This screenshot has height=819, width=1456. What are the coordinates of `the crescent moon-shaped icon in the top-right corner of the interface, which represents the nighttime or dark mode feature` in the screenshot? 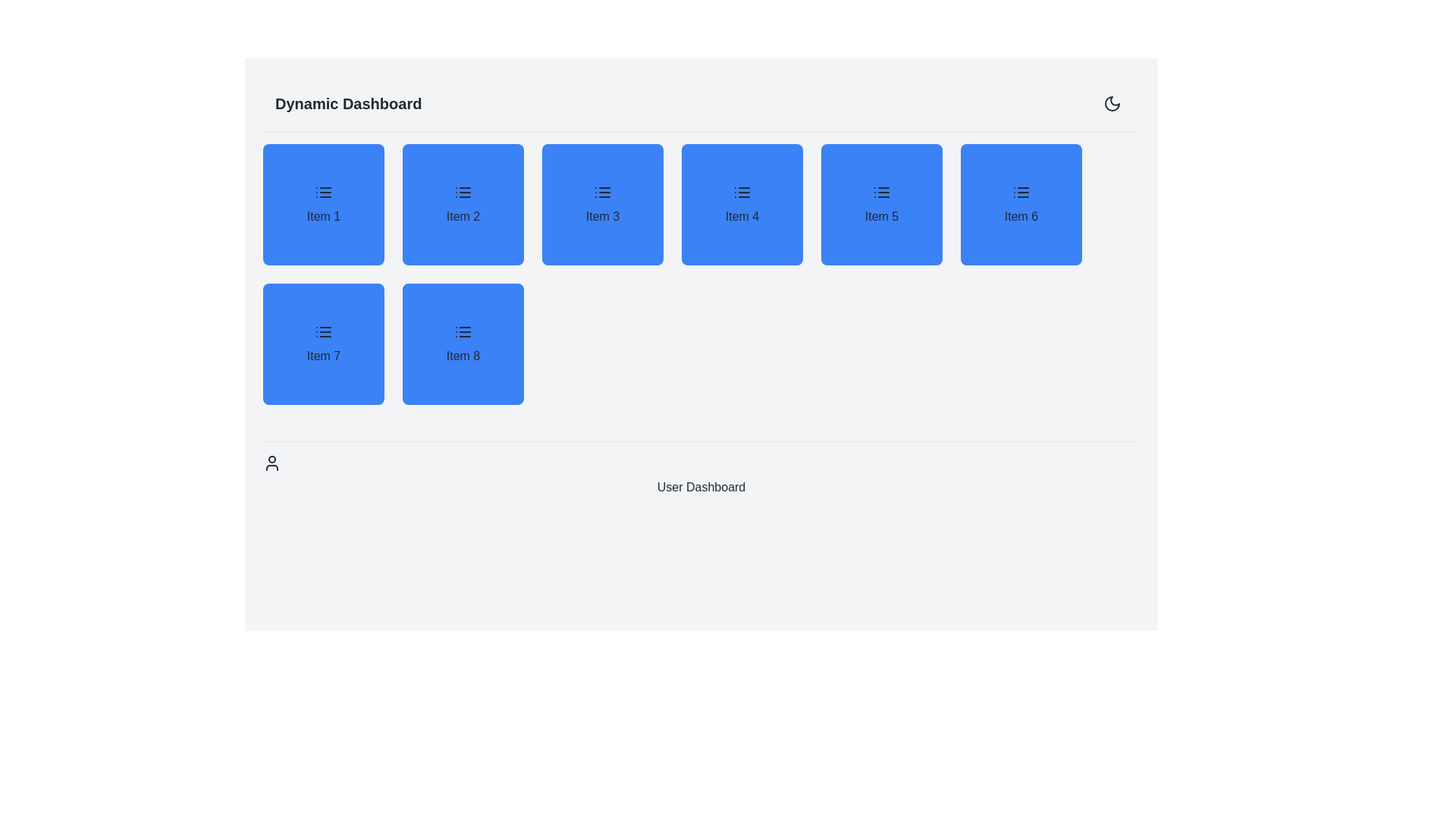 It's located at (1112, 103).